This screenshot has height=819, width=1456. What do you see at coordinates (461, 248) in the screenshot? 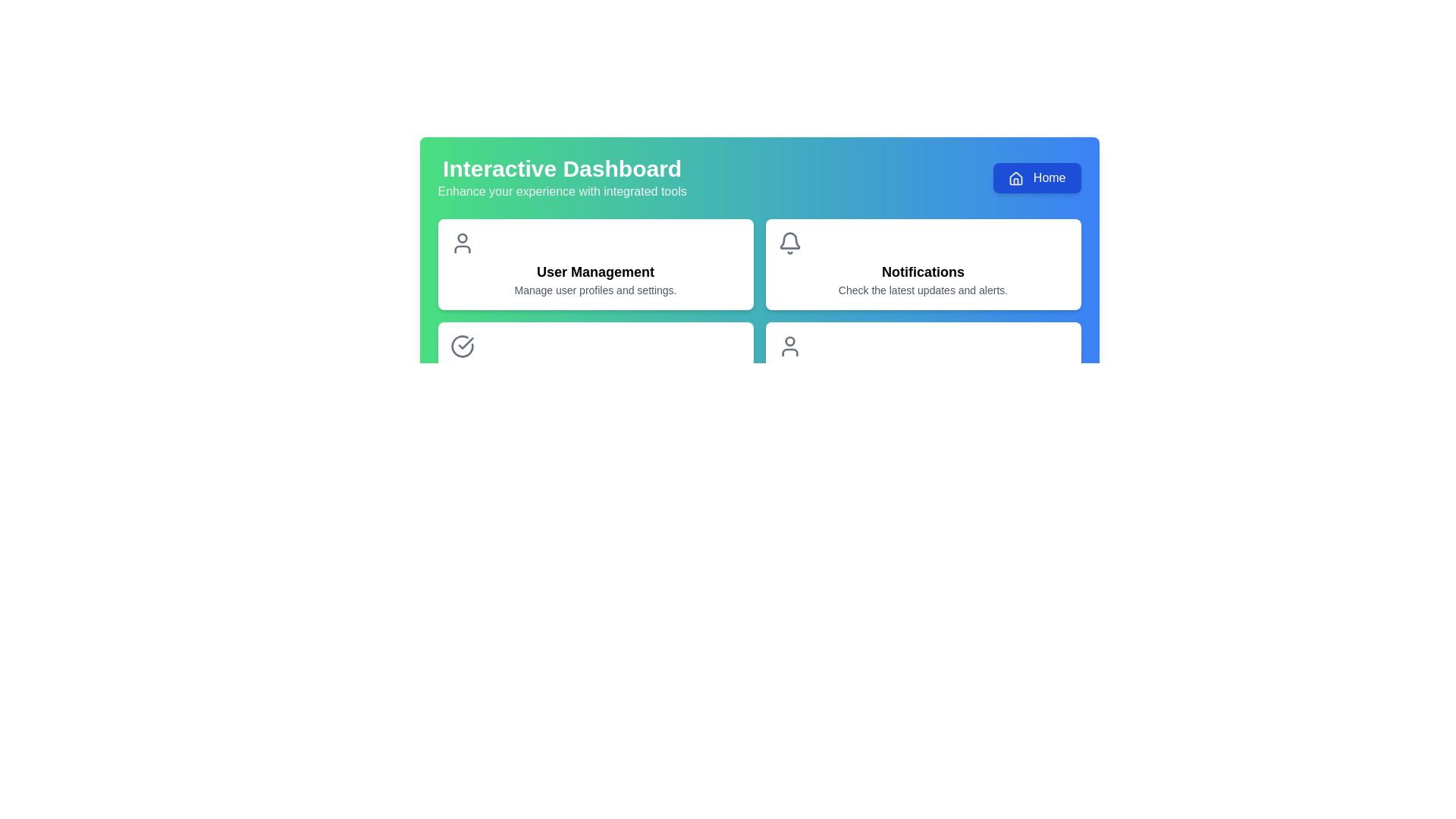
I see `the avatar icon located within the User Management section of the main dashboard, positioned on the top left side of the User Management card, above the title text 'User Management'` at bounding box center [461, 248].